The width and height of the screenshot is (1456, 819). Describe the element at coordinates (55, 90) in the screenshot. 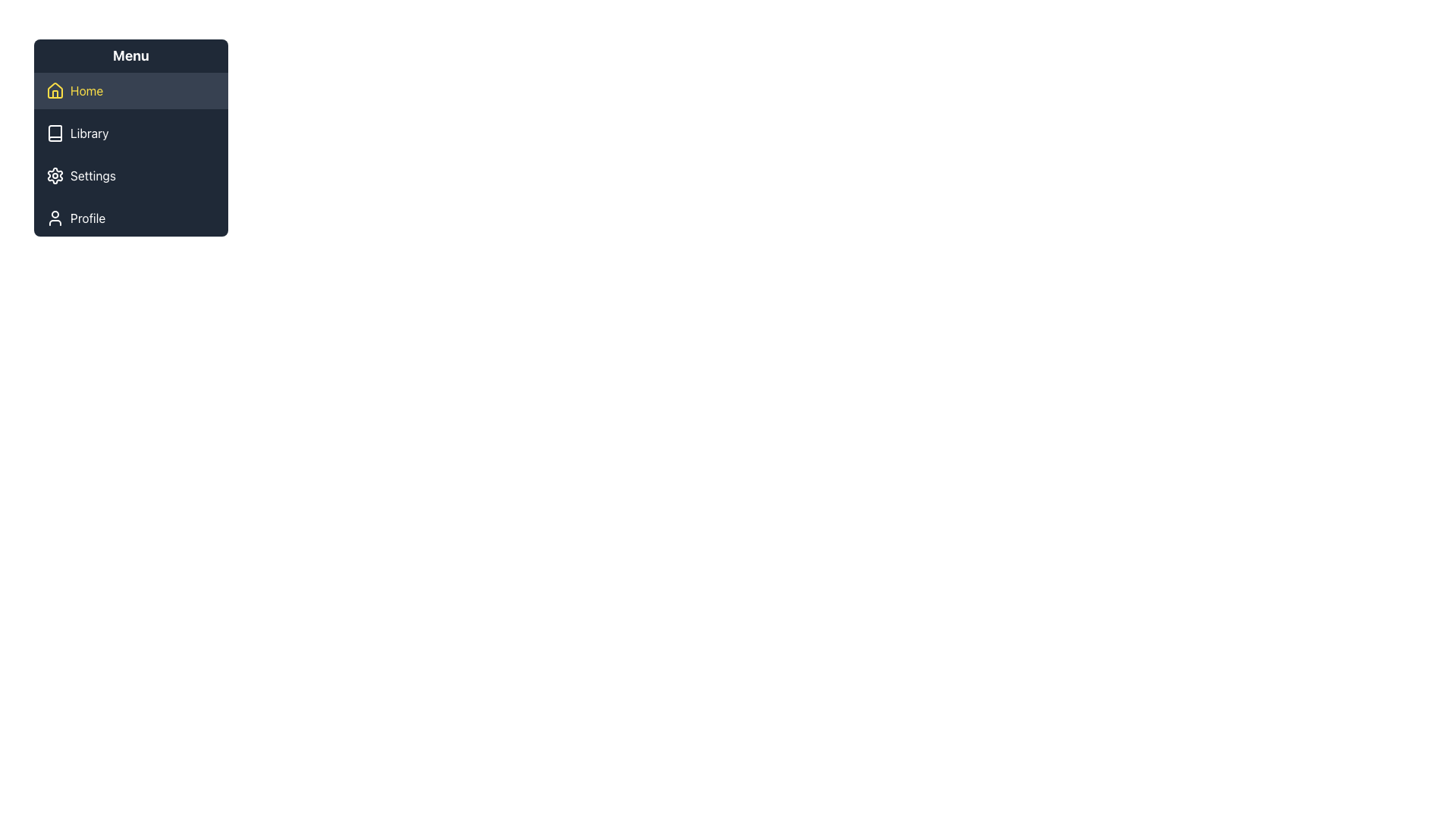

I see `attributes of the 'Home' menu icon located at the left of the 'Home' text in the vertical sidebar menu` at that location.